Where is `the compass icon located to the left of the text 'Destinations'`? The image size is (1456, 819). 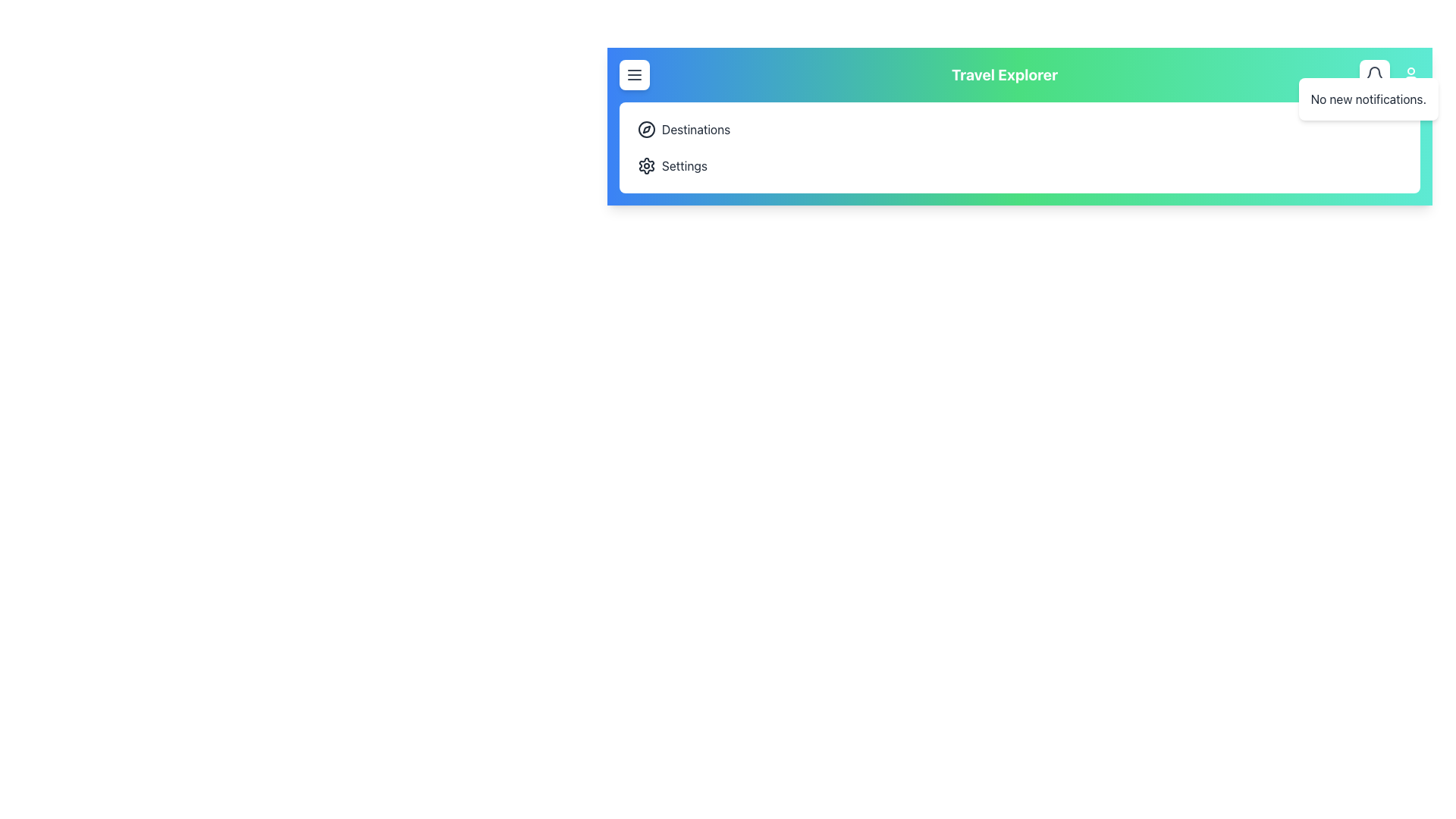
the compass icon located to the left of the text 'Destinations' is located at coordinates (647, 128).